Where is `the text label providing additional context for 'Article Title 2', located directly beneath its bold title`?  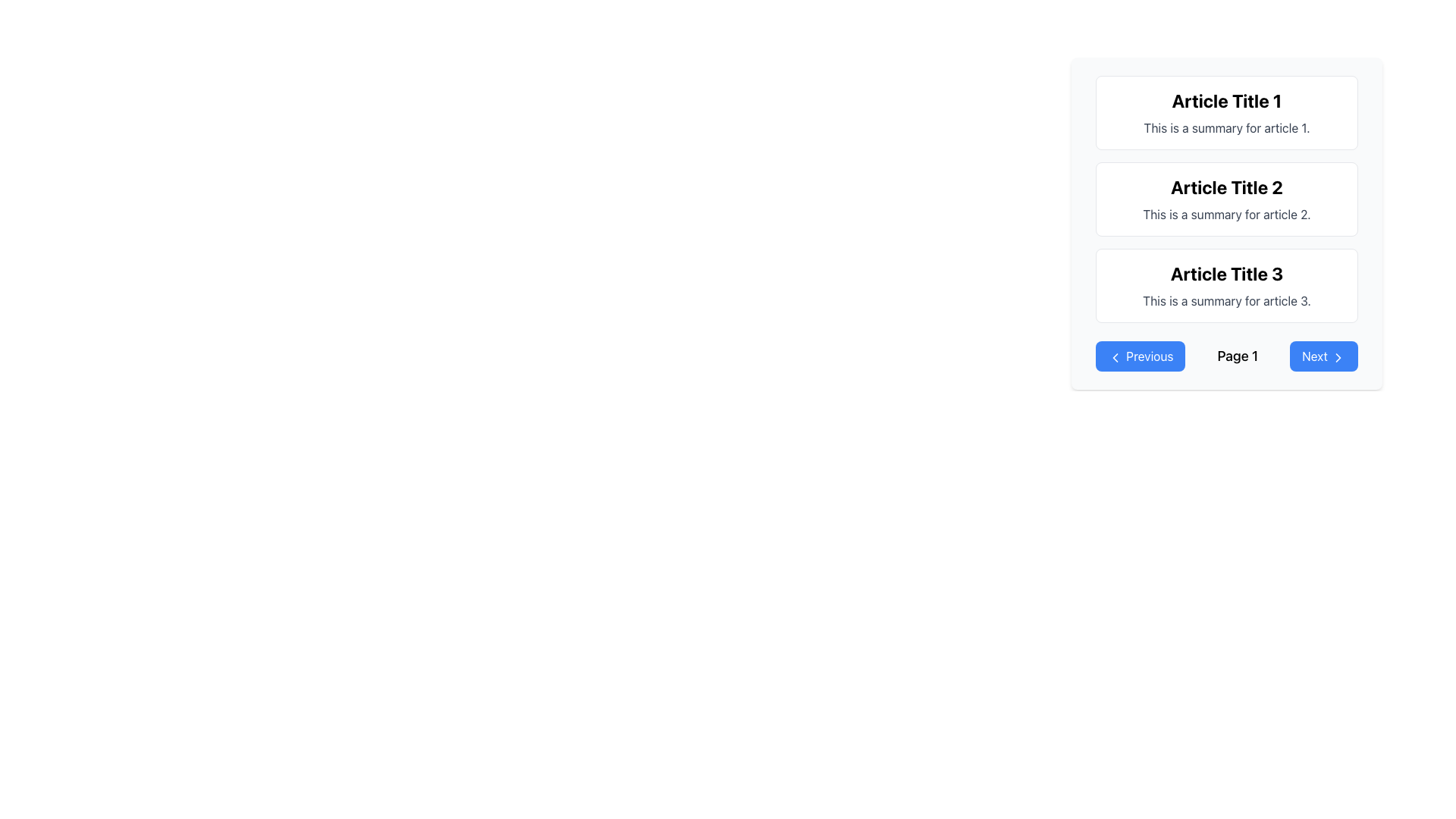
the text label providing additional context for 'Article Title 2', located directly beneath its bold title is located at coordinates (1226, 214).